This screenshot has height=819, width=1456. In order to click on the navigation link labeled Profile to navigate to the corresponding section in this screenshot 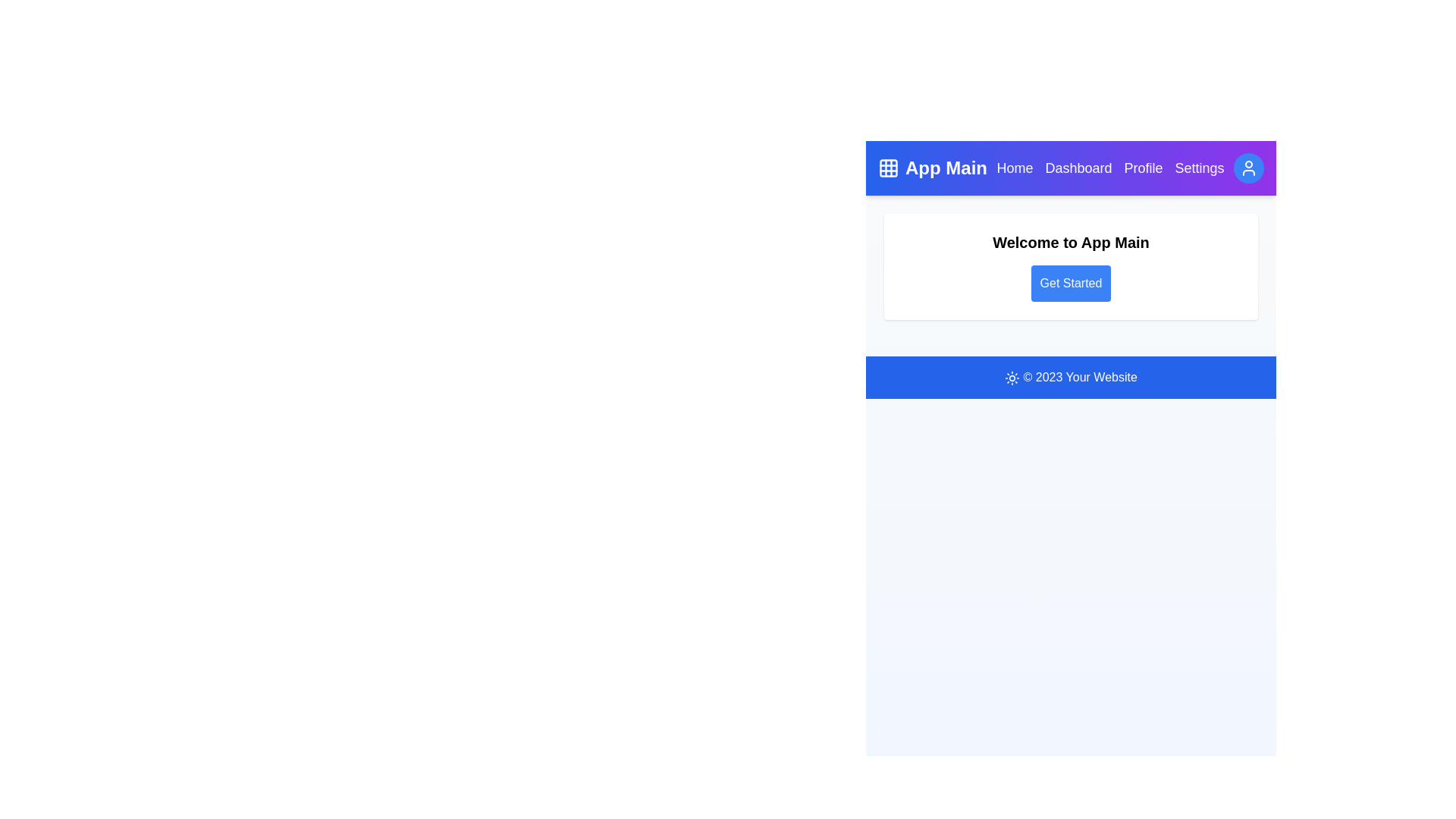, I will do `click(1143, 168)`.